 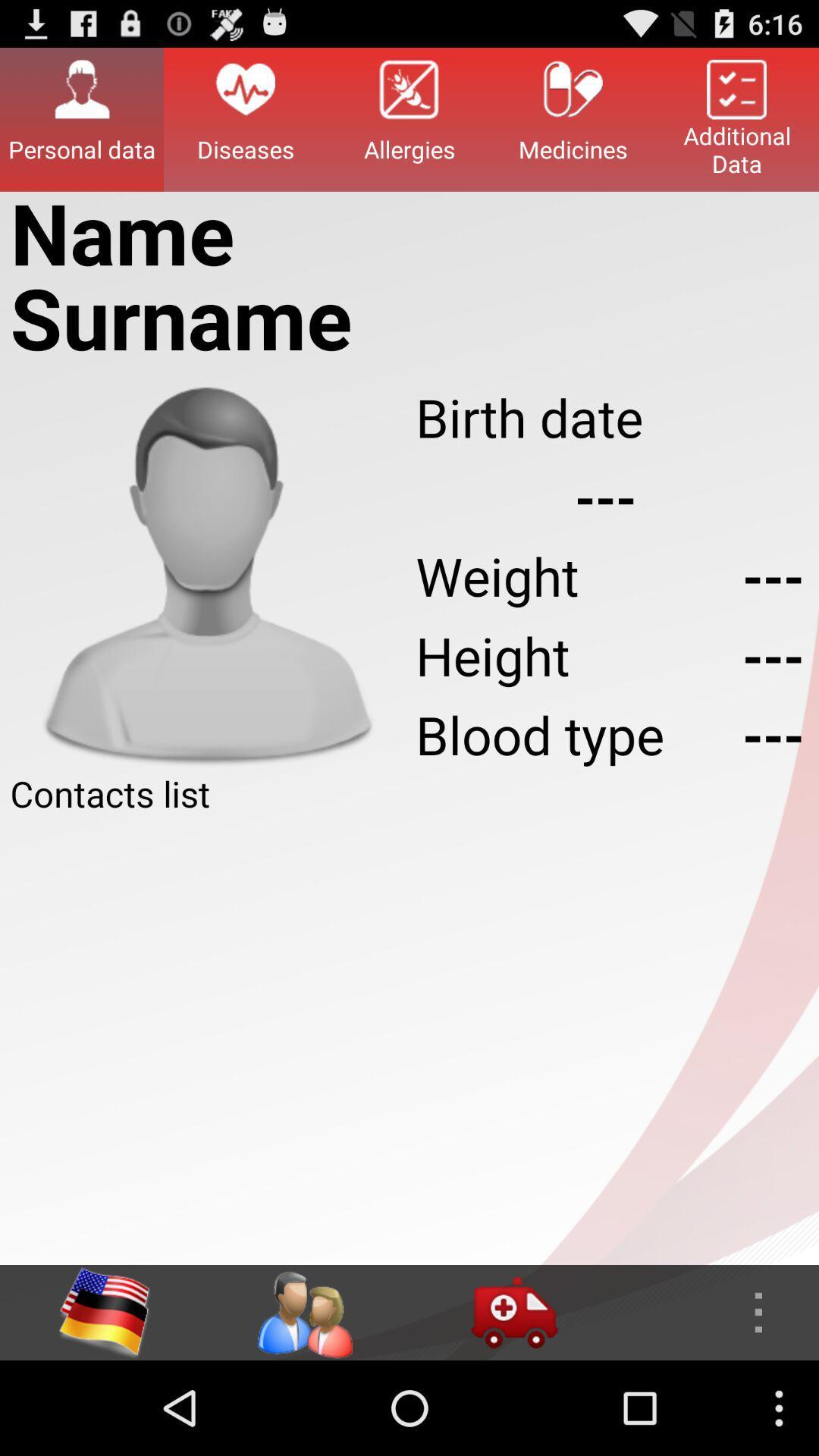 What do you see at coordinates (245, 118) in the screenshot?
I see `the icon to the right of personal data item` at bounding box center [245, 118].